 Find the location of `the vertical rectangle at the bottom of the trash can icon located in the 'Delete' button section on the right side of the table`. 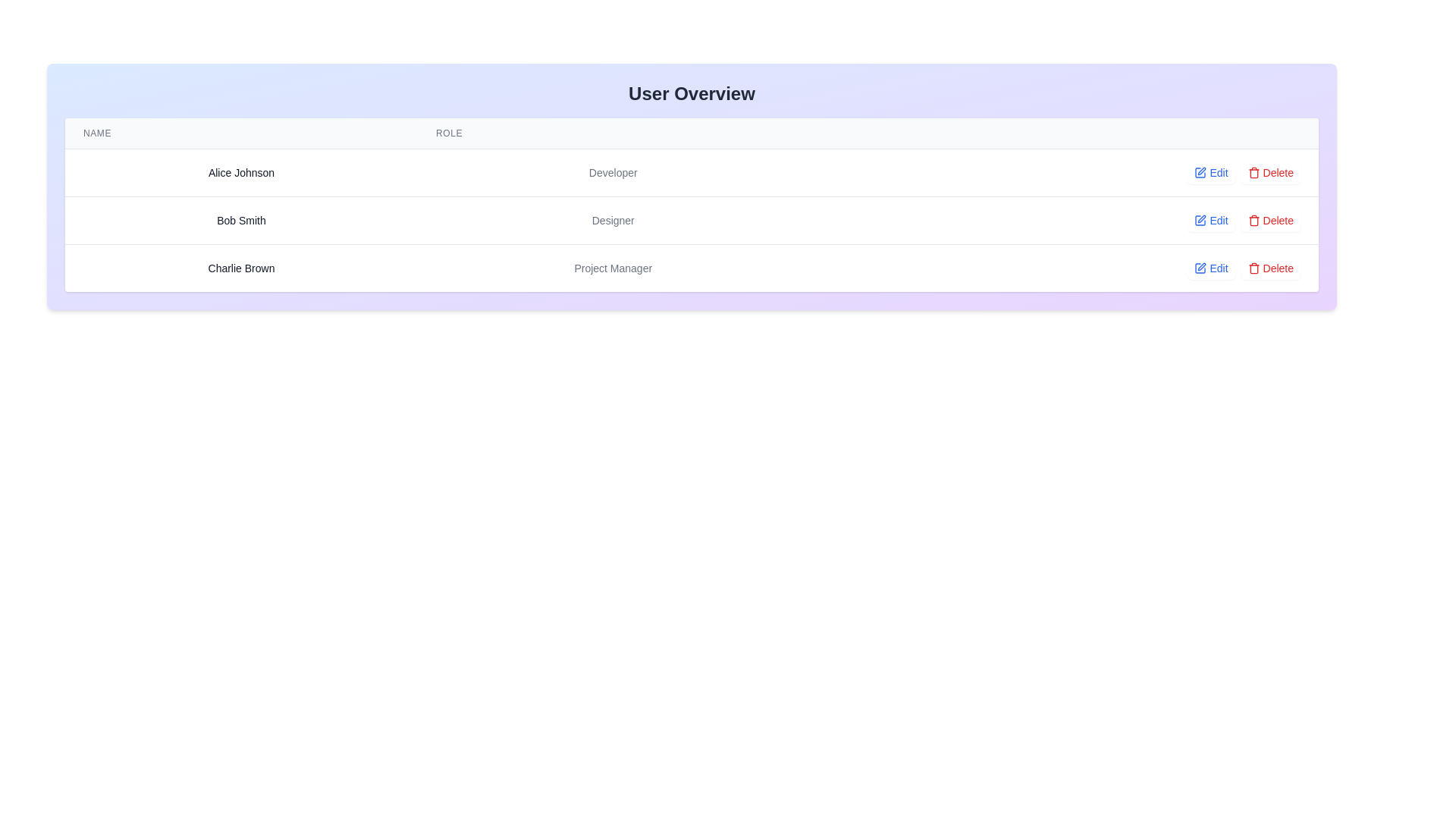

the vertical rectangle at the bottom of the trash can icon located in the 'Delete' button section on the right side of the table is located at coordinates (1254, 268).